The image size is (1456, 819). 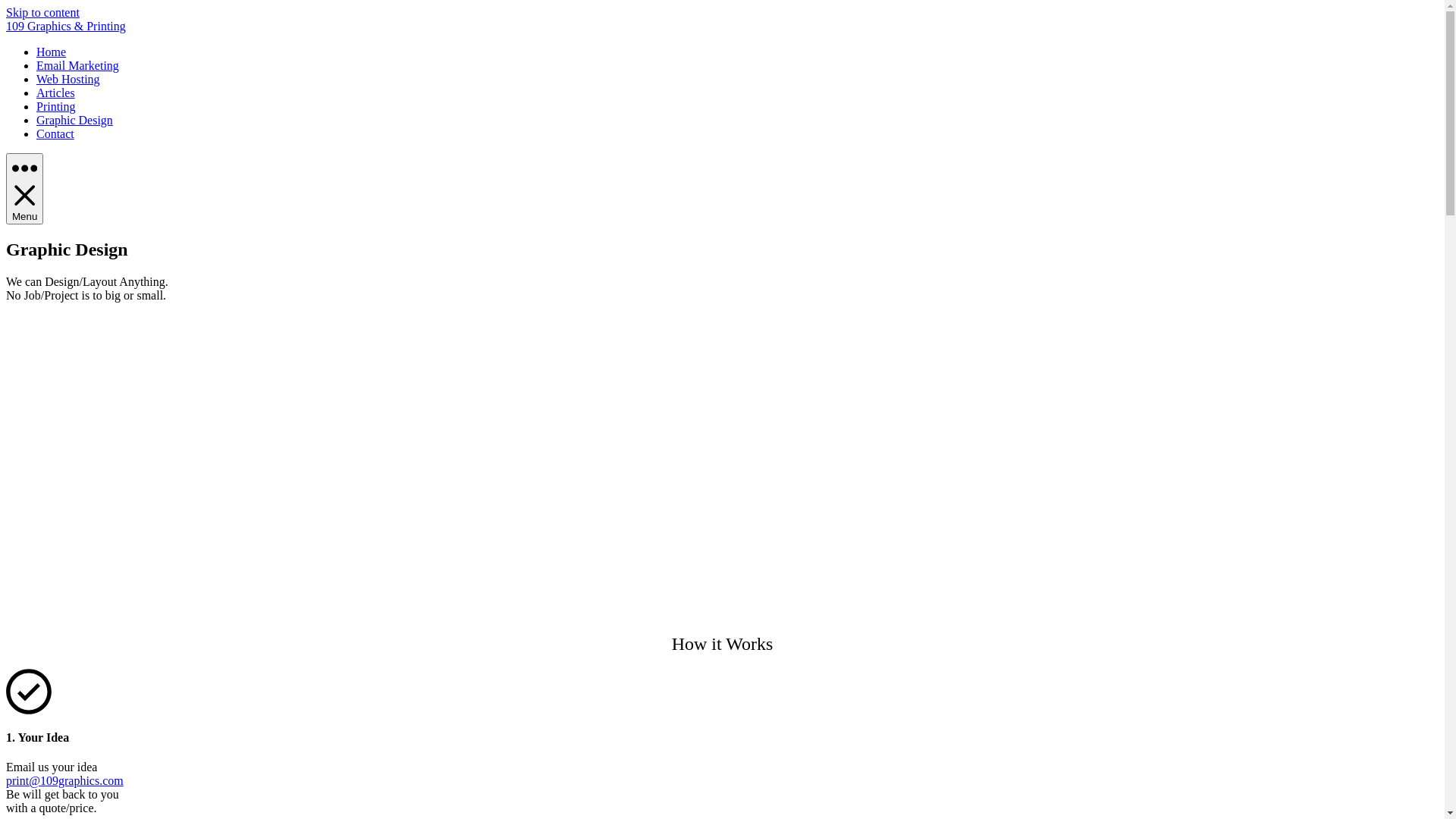 What do you see at coordinates (64, 780) in the screenshot?
I see `'print@109graphics.com'` at bounding box center [64, 780].